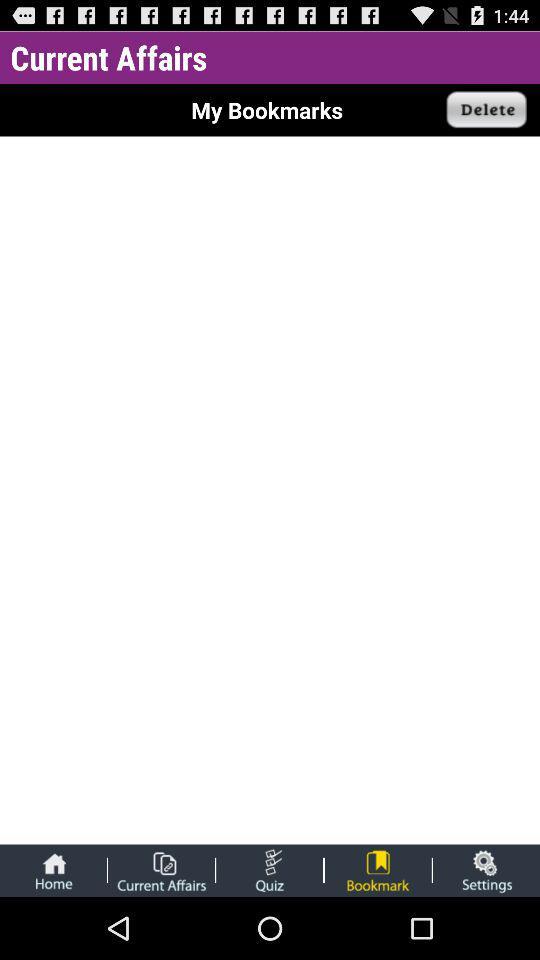 This screenshot has width=540, height=960. What do you see at coordinates (53, 869) in the screenshot?
I see `the home bar` at bounding box center [53, 869].